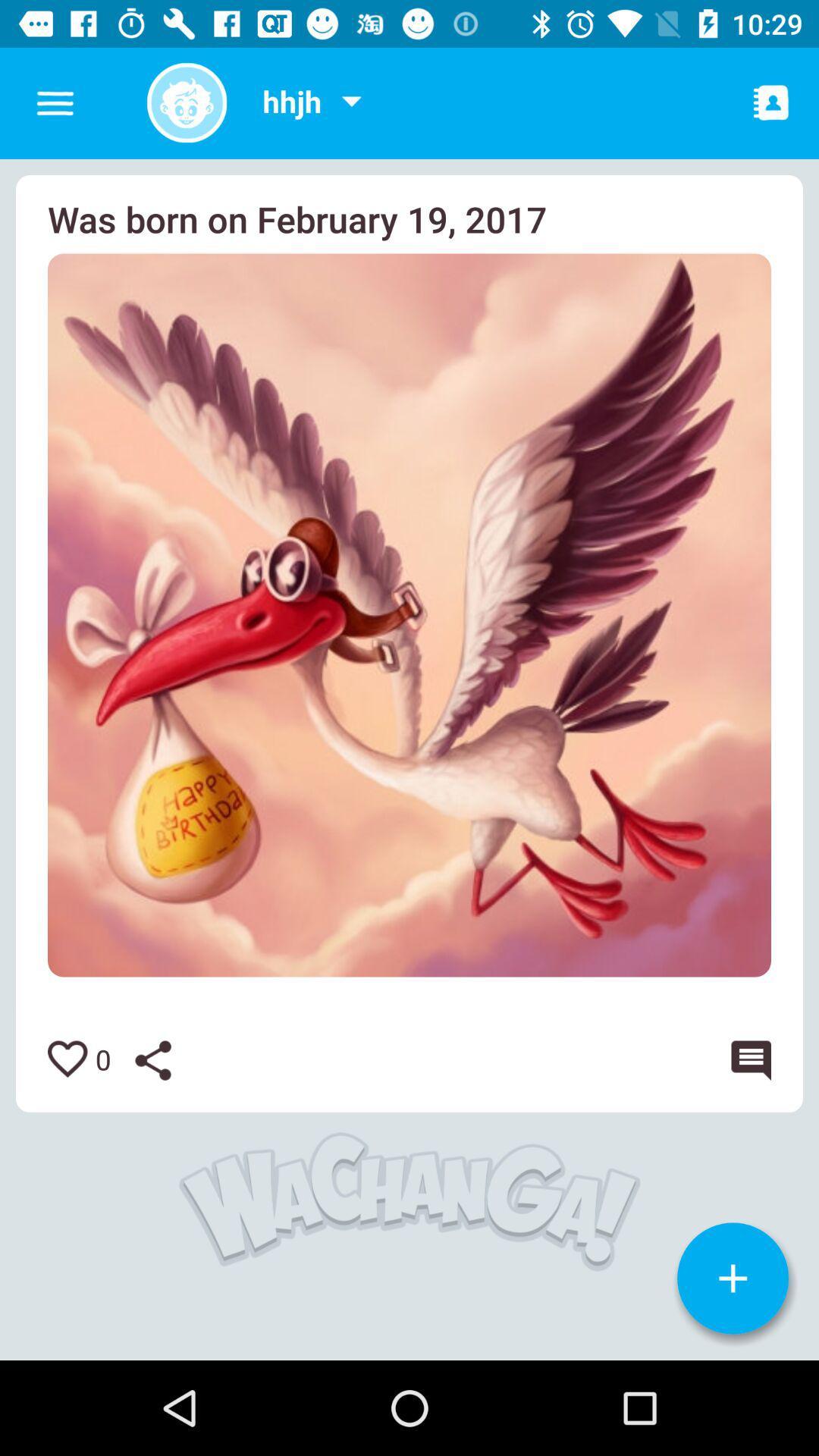  Describe the element at coordinates (771, 102) in the screenshot. I see `contacts` at that location.